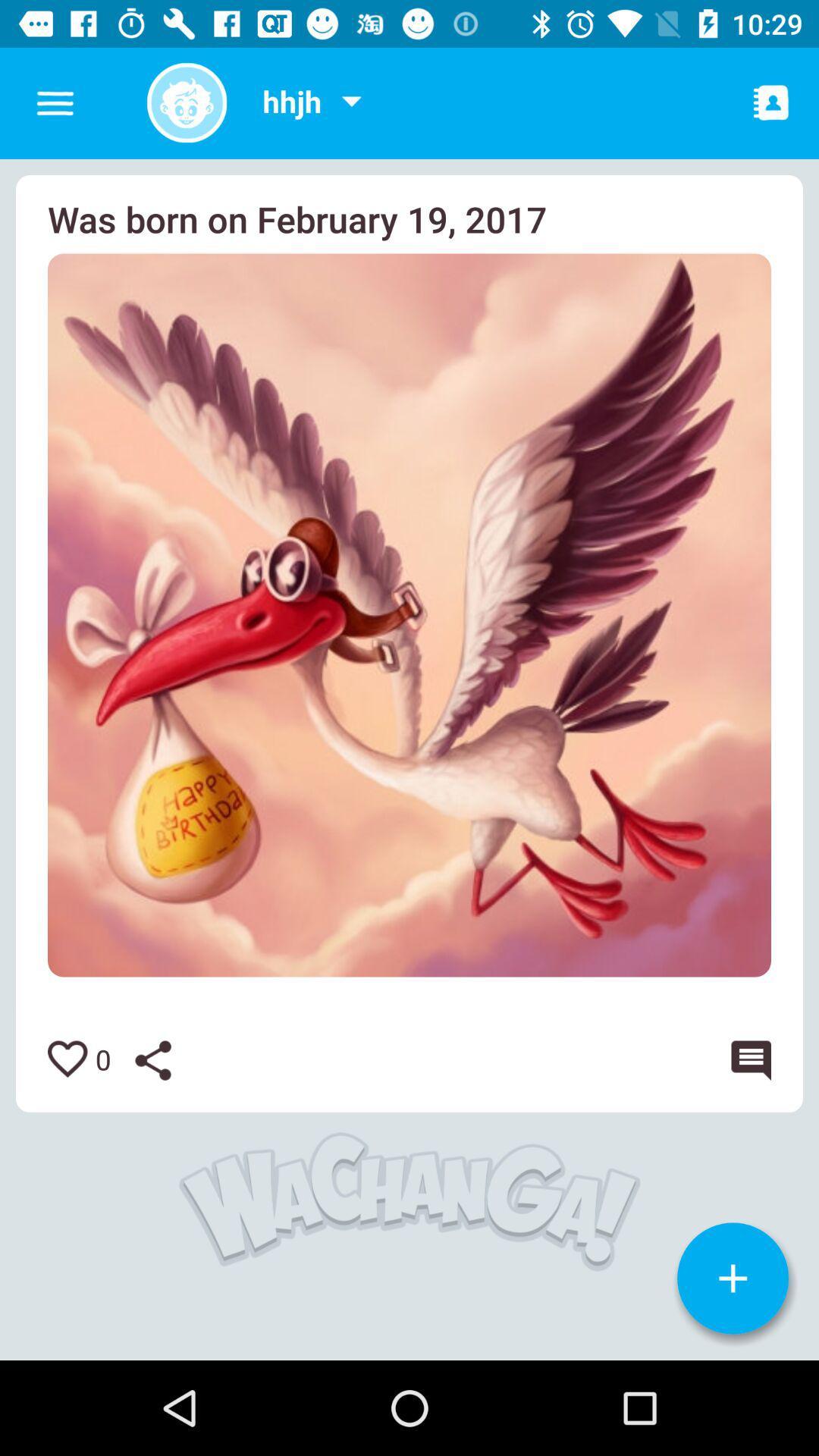  Describe the element at coordinates (771, 102) in the screenshot. I see `contacts` at that location.